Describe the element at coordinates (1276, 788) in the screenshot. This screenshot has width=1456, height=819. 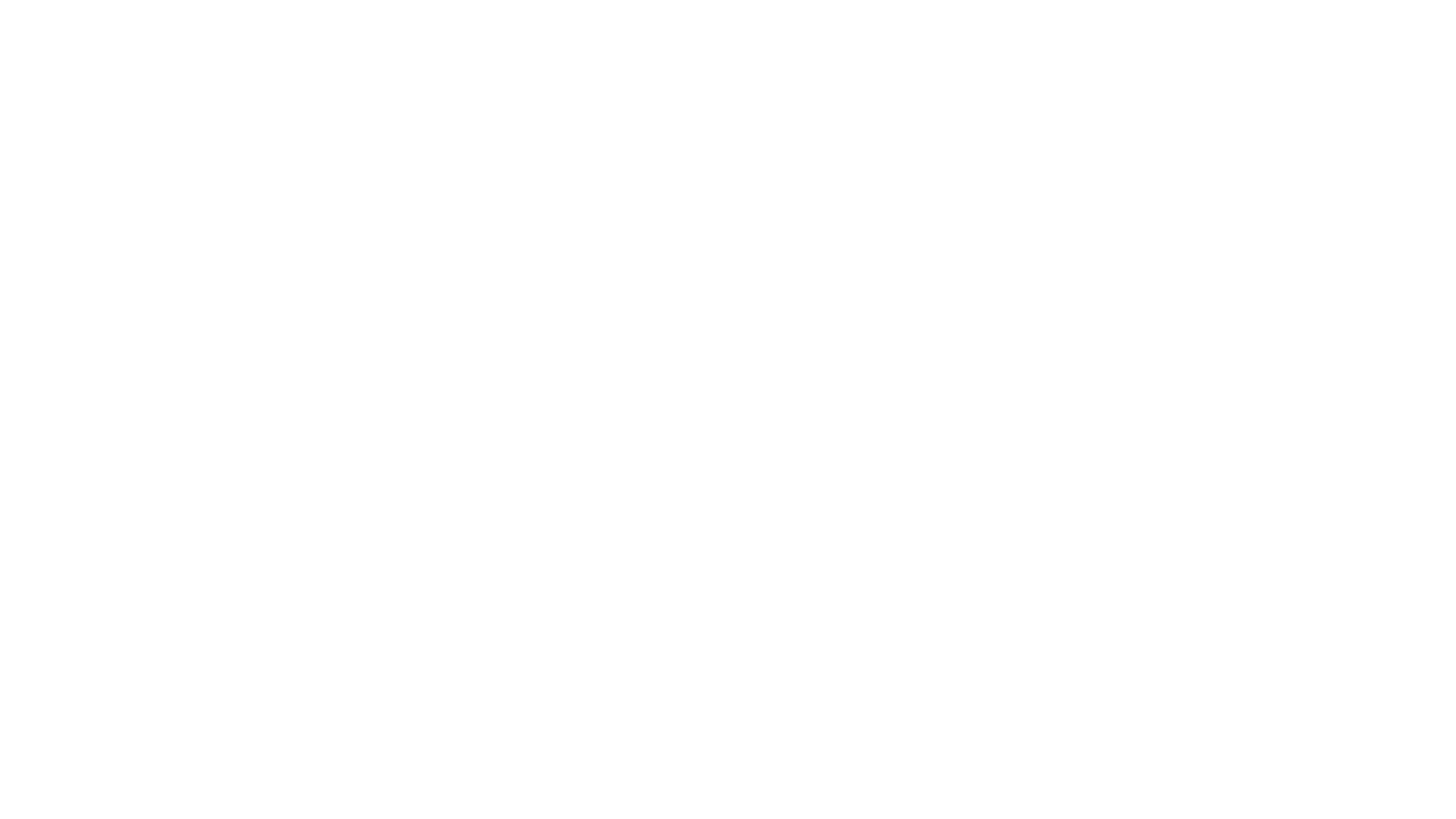
I see `Turn on Shuffle` at that location.